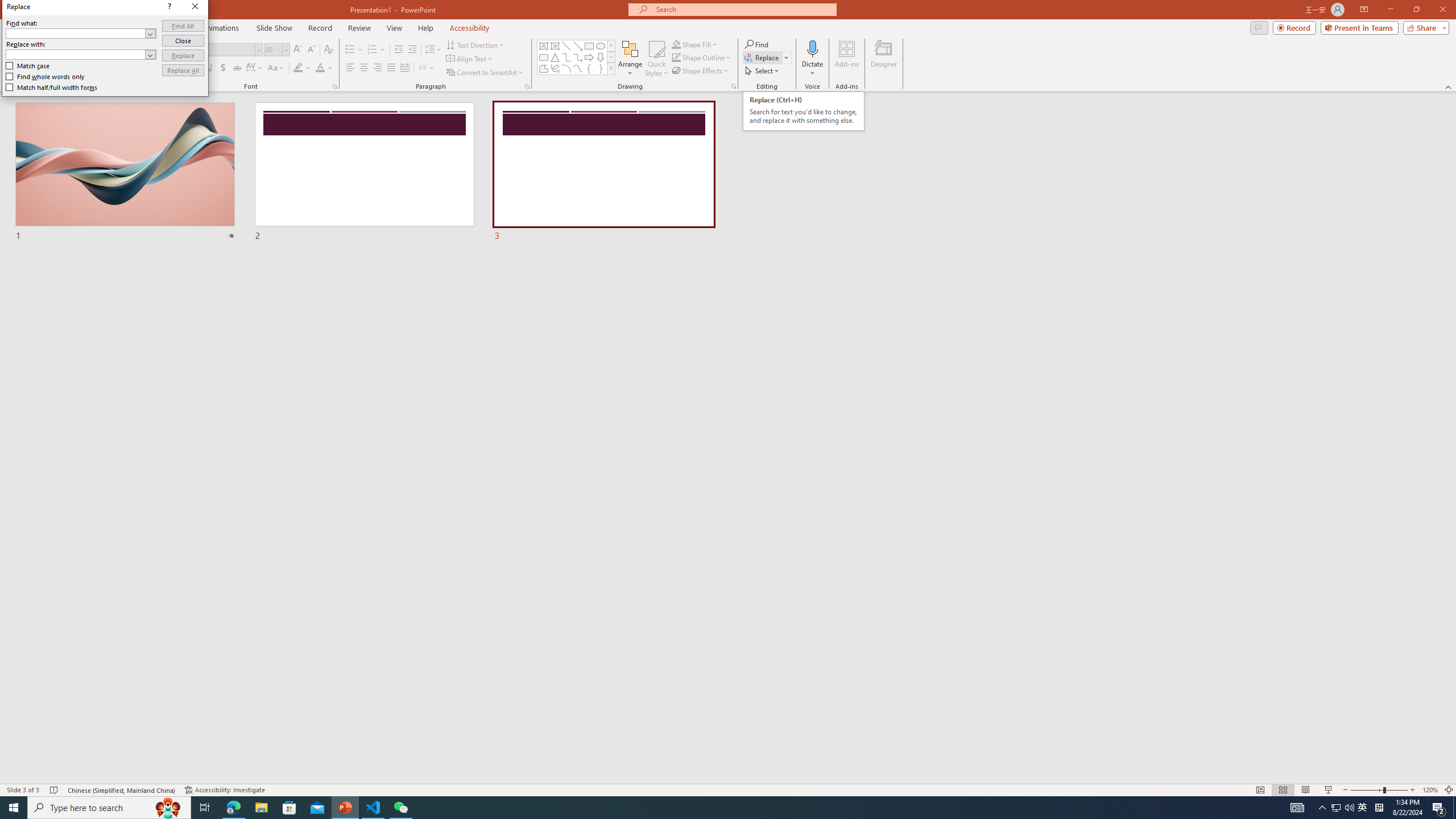  Describe the element at coordinates (76, 33) in the screenshot. I see `'Find what'` at that location.